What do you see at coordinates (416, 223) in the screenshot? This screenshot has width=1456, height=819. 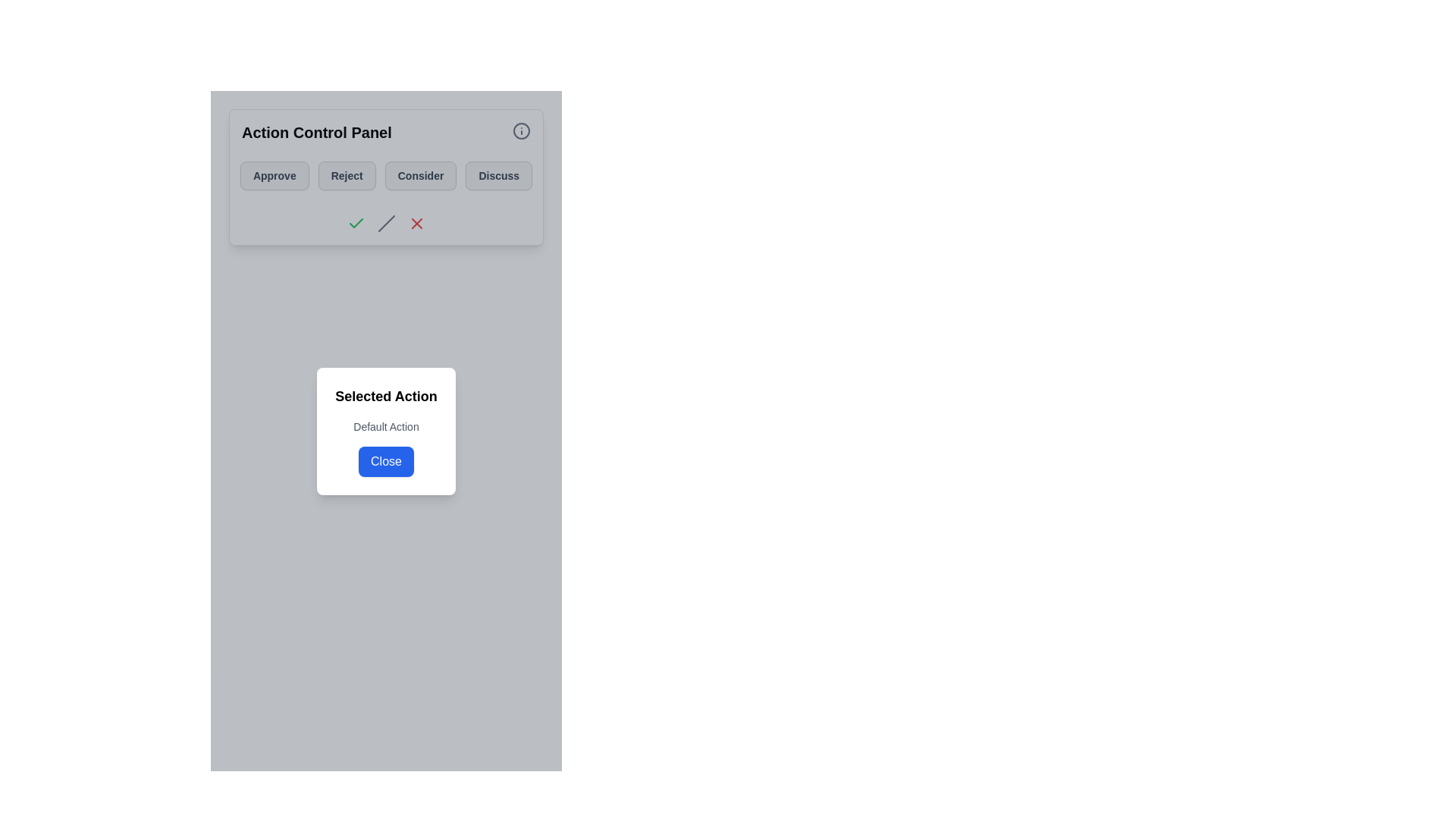 I see `the reject or delete icon located in the bottom-right corner of the 'Action Control Panel' box` at bounding box center [416, 223].